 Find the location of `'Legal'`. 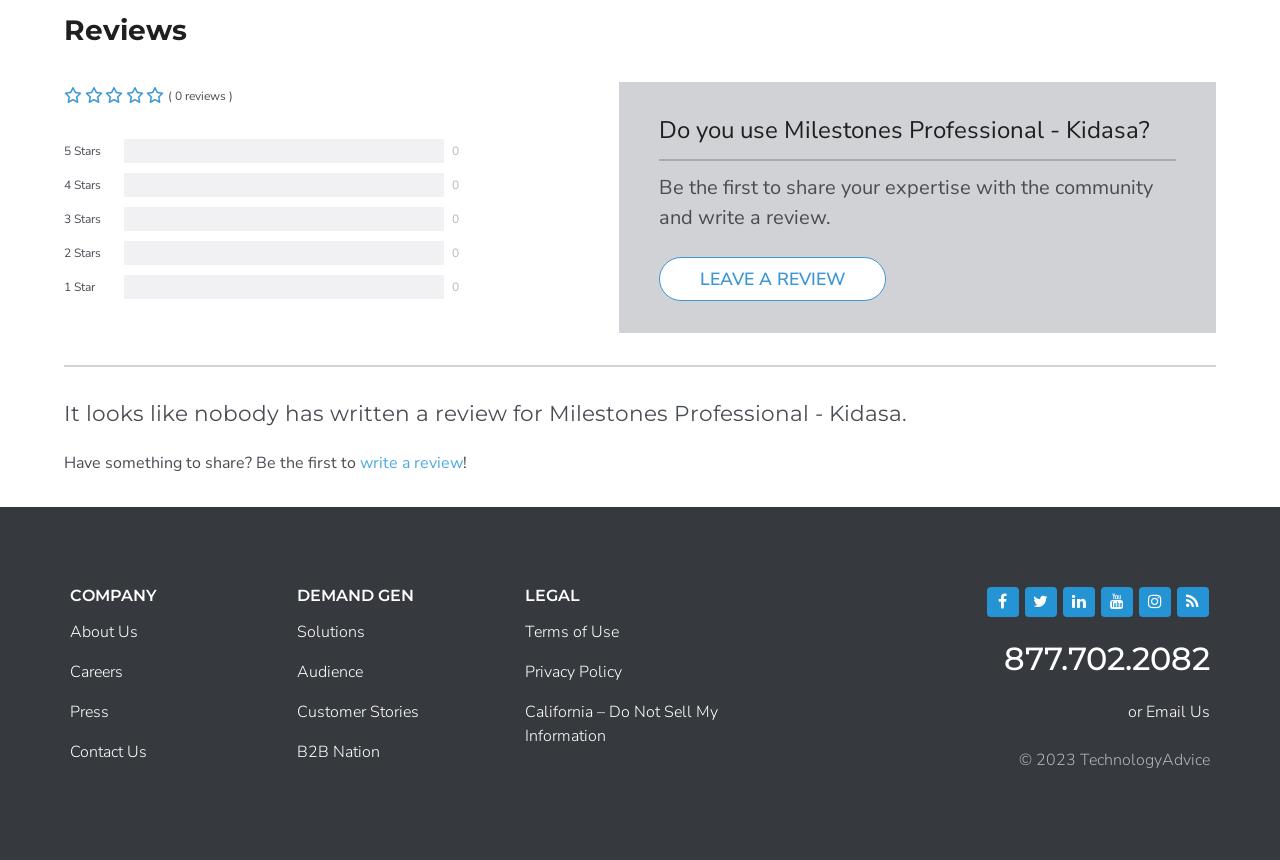

'Legal' is located at coordinates (551, 593).